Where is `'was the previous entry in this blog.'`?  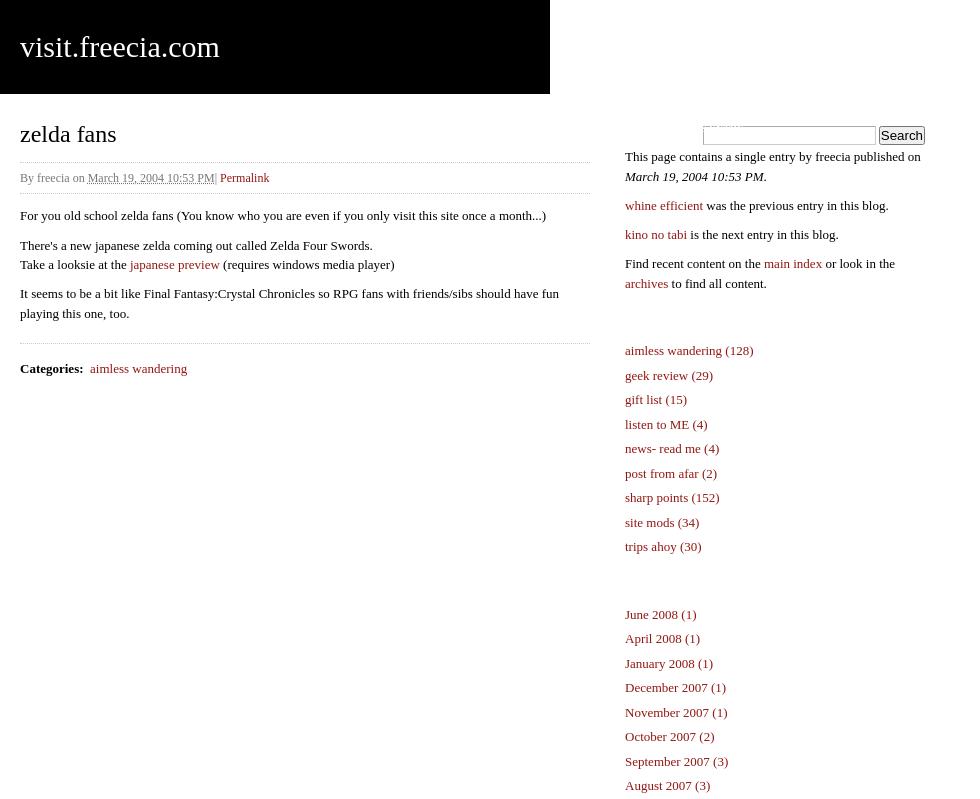
'was the previous entry in this blog.' is located at coordinates (795, 204).